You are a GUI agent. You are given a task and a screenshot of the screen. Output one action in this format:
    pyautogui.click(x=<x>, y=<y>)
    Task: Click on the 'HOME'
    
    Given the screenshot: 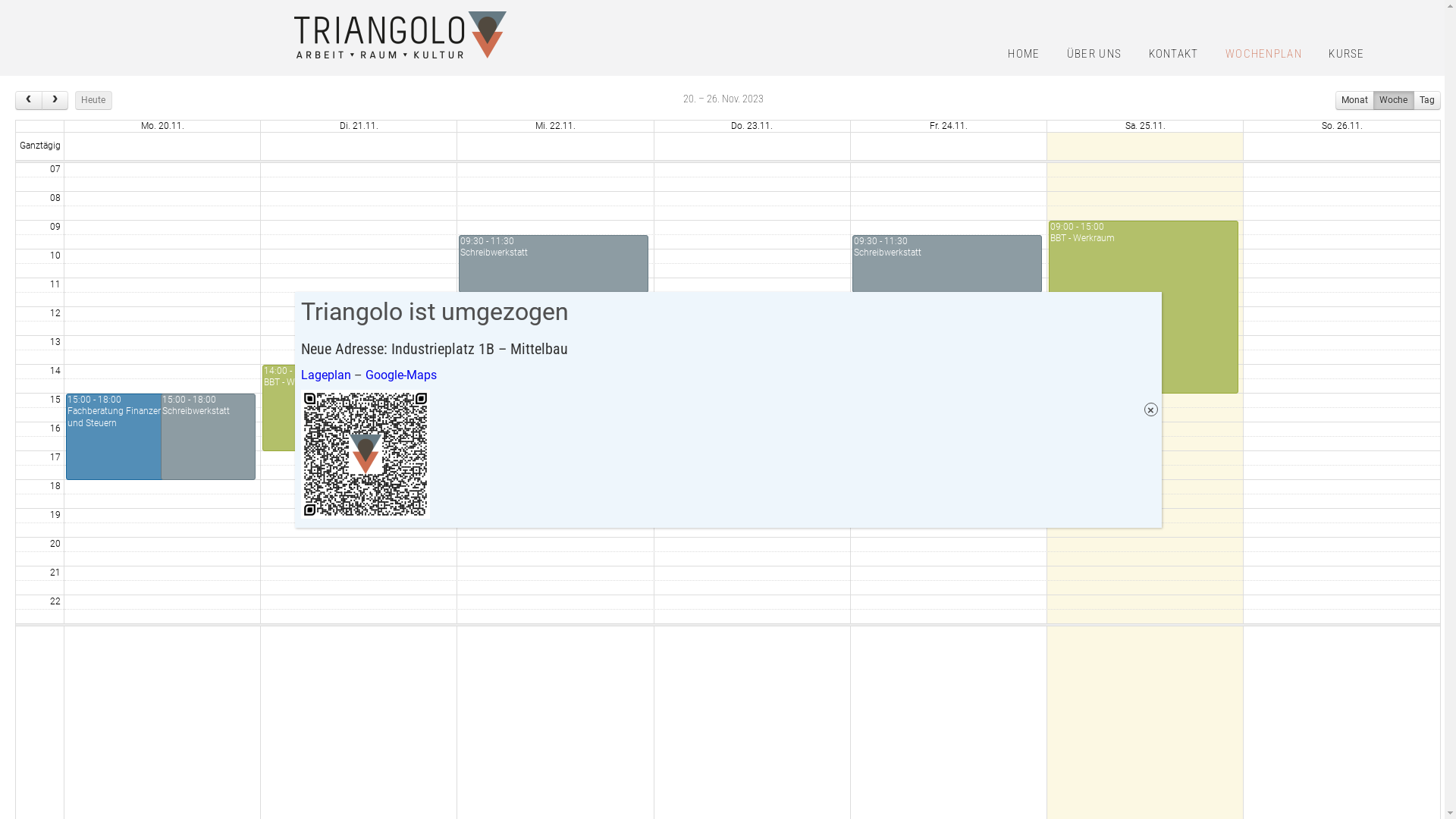 What is the action you would take?
    pyautogui.click(x=1023, y=54)
    